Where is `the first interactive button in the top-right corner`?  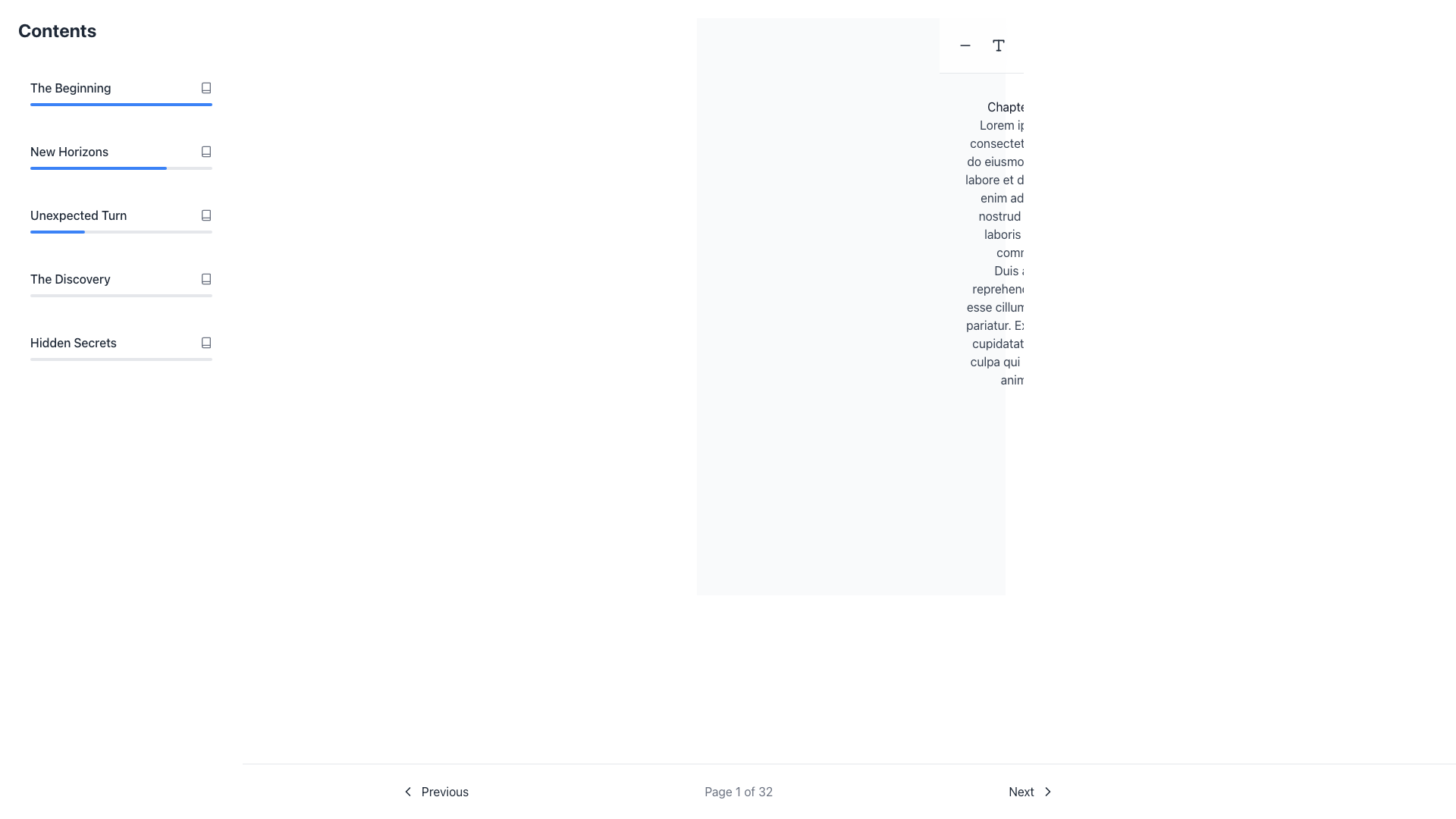 the first interactive button in the top-right corner is located at coordinates (1059, 45).